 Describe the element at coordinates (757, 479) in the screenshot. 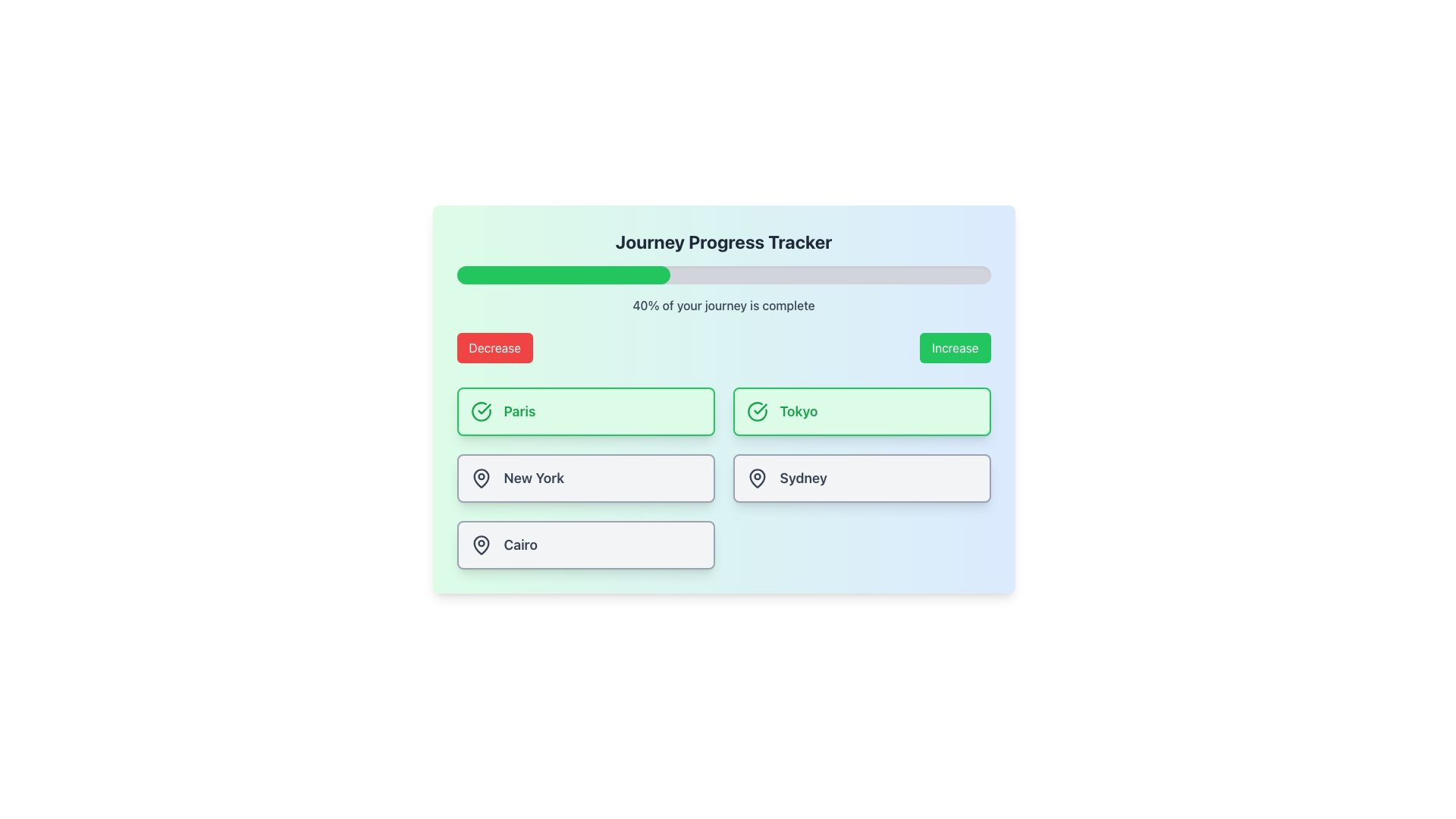

I see `the map pin icon located to the left of the text 'Sydney' on the card in the lower-right section of the interface` at that location.